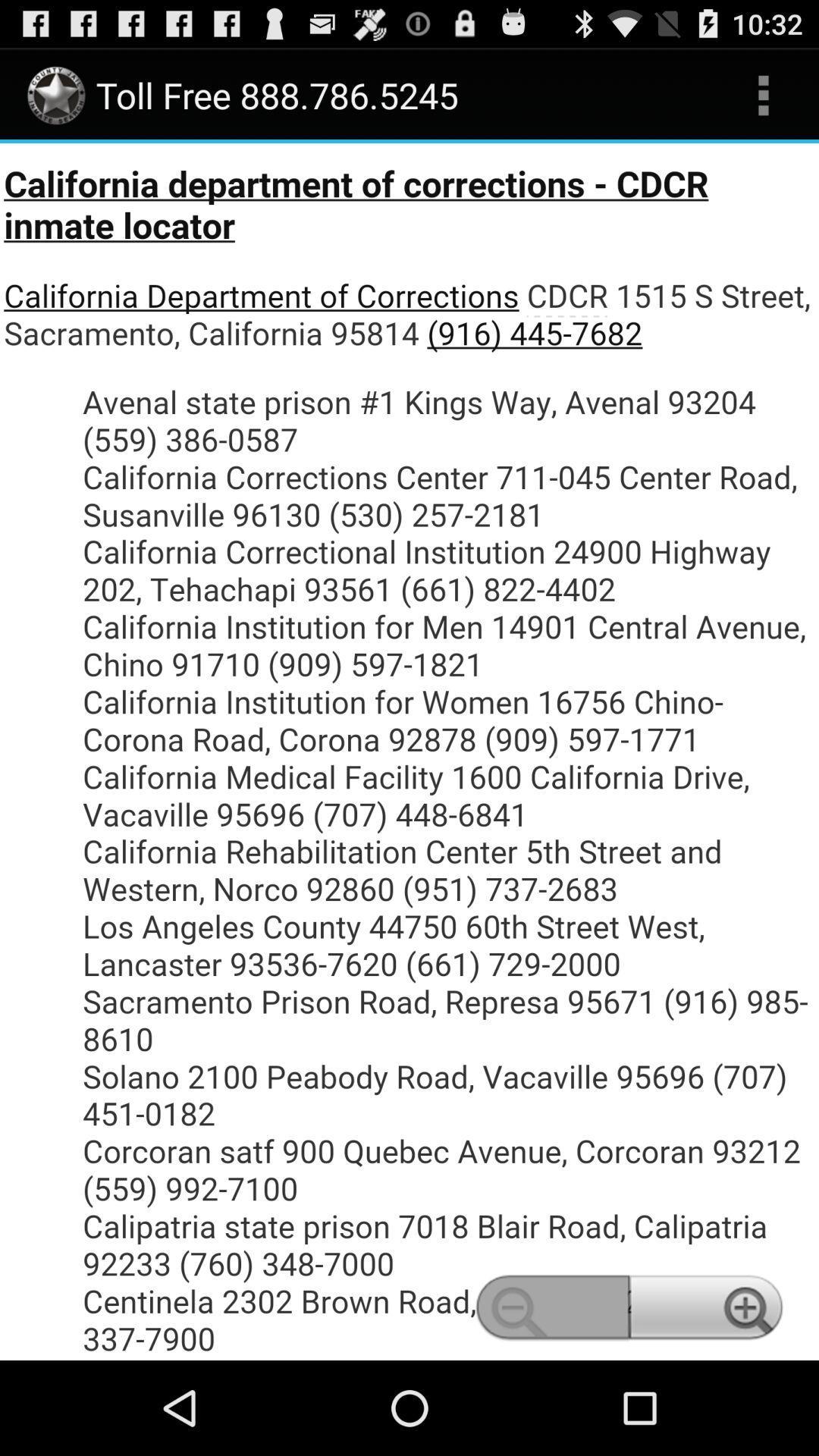 Image resolution: width=819 pixels, height=1456 pixels. What do you see at coordinates (409, 752) in the screenshot?
I see `webpage view` at bounding box center [409, 752].